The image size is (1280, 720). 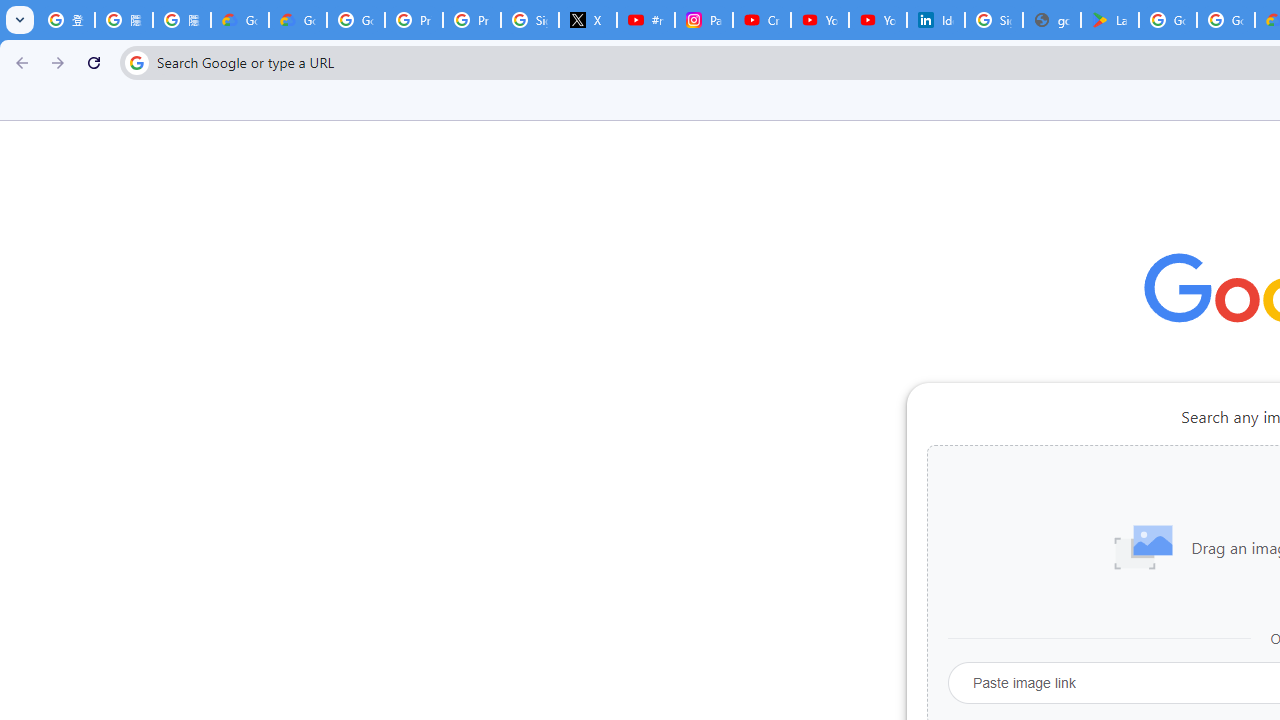 I want to click on 'Google Cloud Privacy Notice', so click(x=240, y=20).